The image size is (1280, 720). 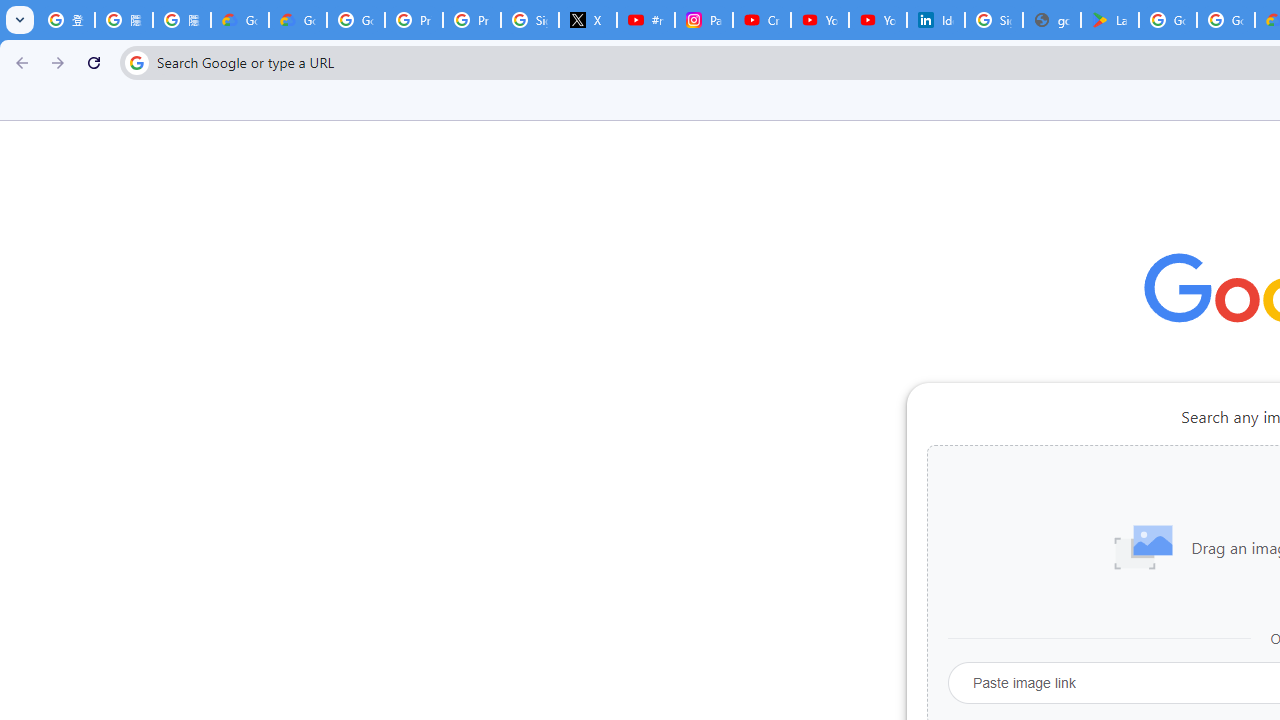 I want to click on 'Google Cloud Privacy Notice', so click(x=240, y=20).